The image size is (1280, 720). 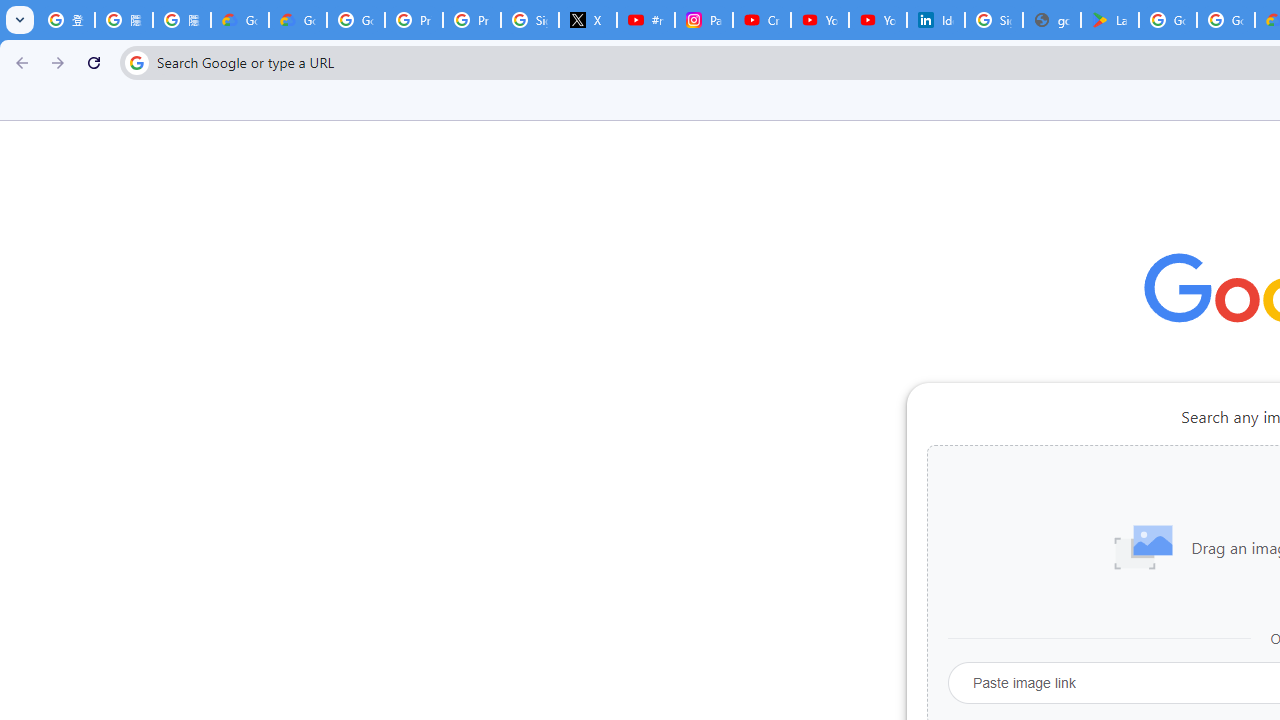 I want to click on 'Google Cloud Privacy Notice', so click(x=240, y=20).